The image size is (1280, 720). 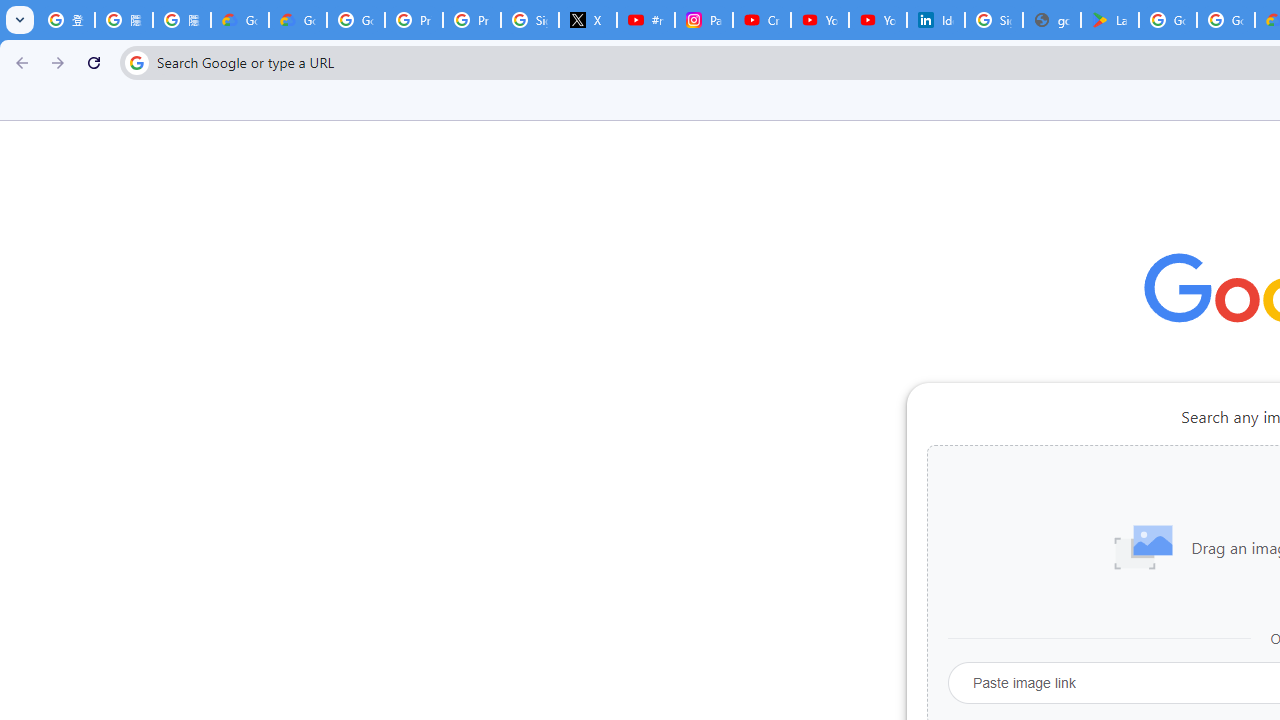 I want to click on 'Google Cloud Privacy Notice', so click(x=240, y=20).